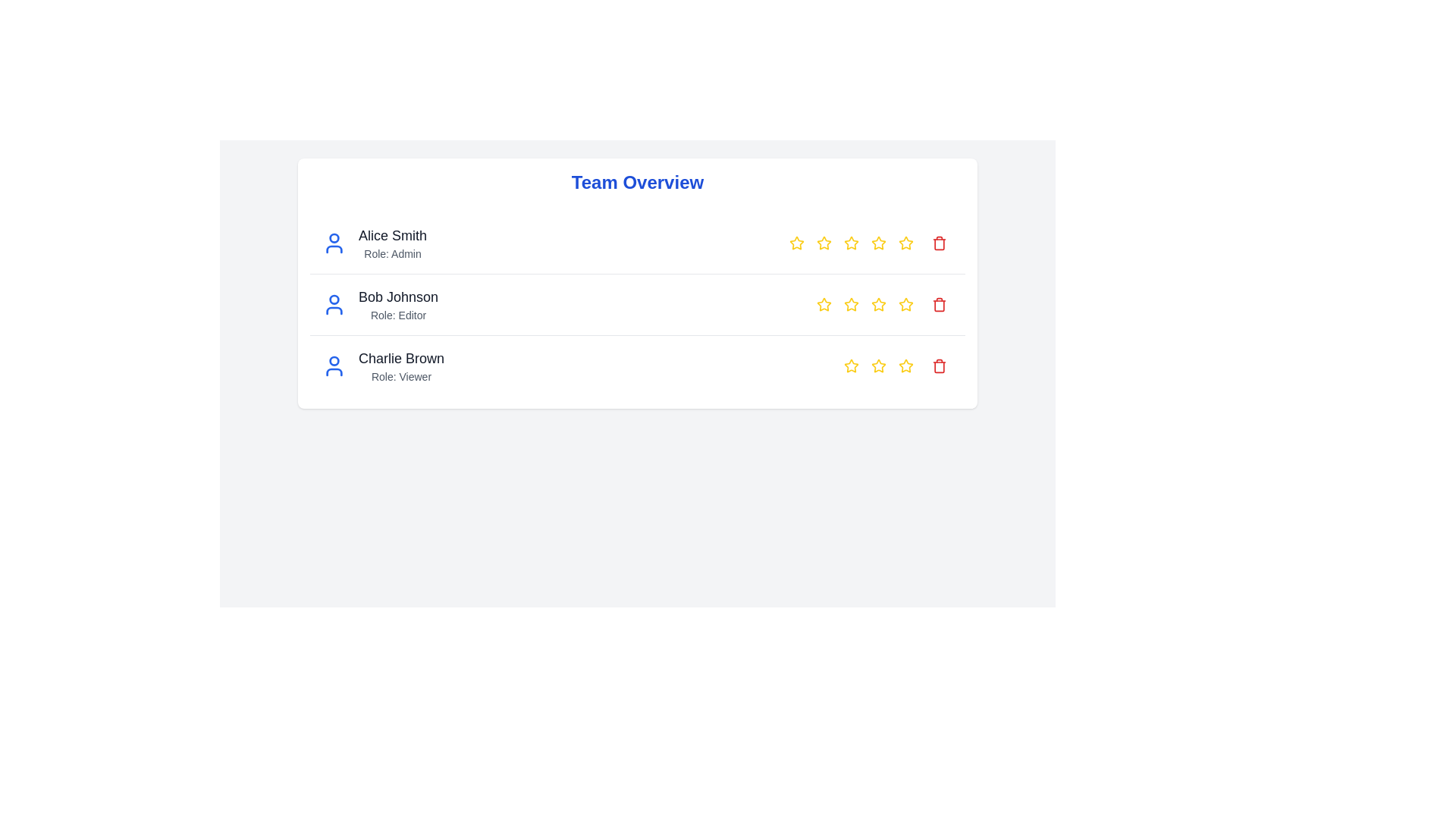 This screenshot has height=819, width=1456. Describe the element at coordinates (906, 304) in the screenshot. I see `the fourth star-shaped icon button in the rating cluster for user 'Bob Johnson'` at that location.